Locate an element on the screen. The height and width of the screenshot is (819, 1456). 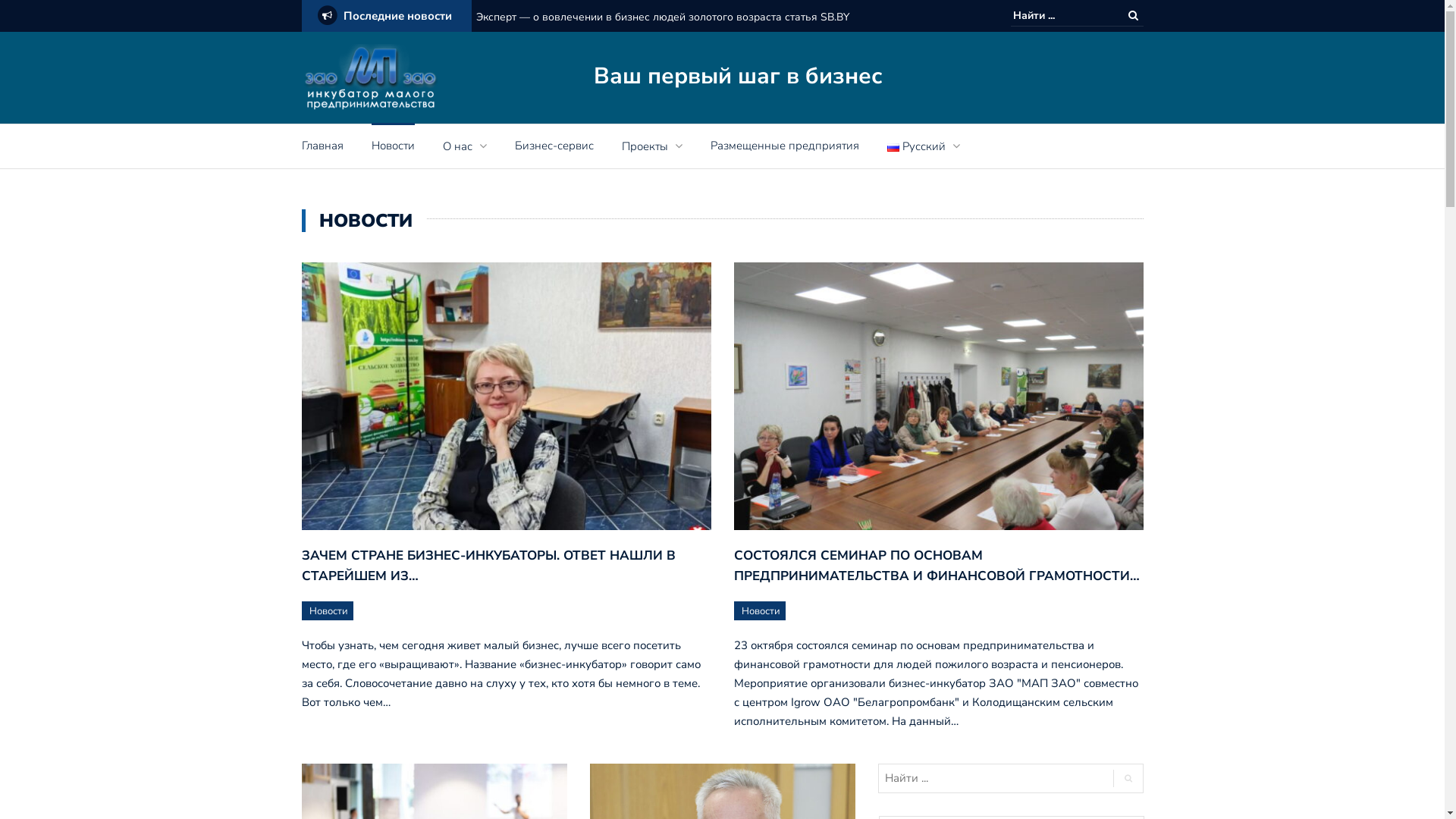
'Search  ' is located at coordinates (1133, 15).